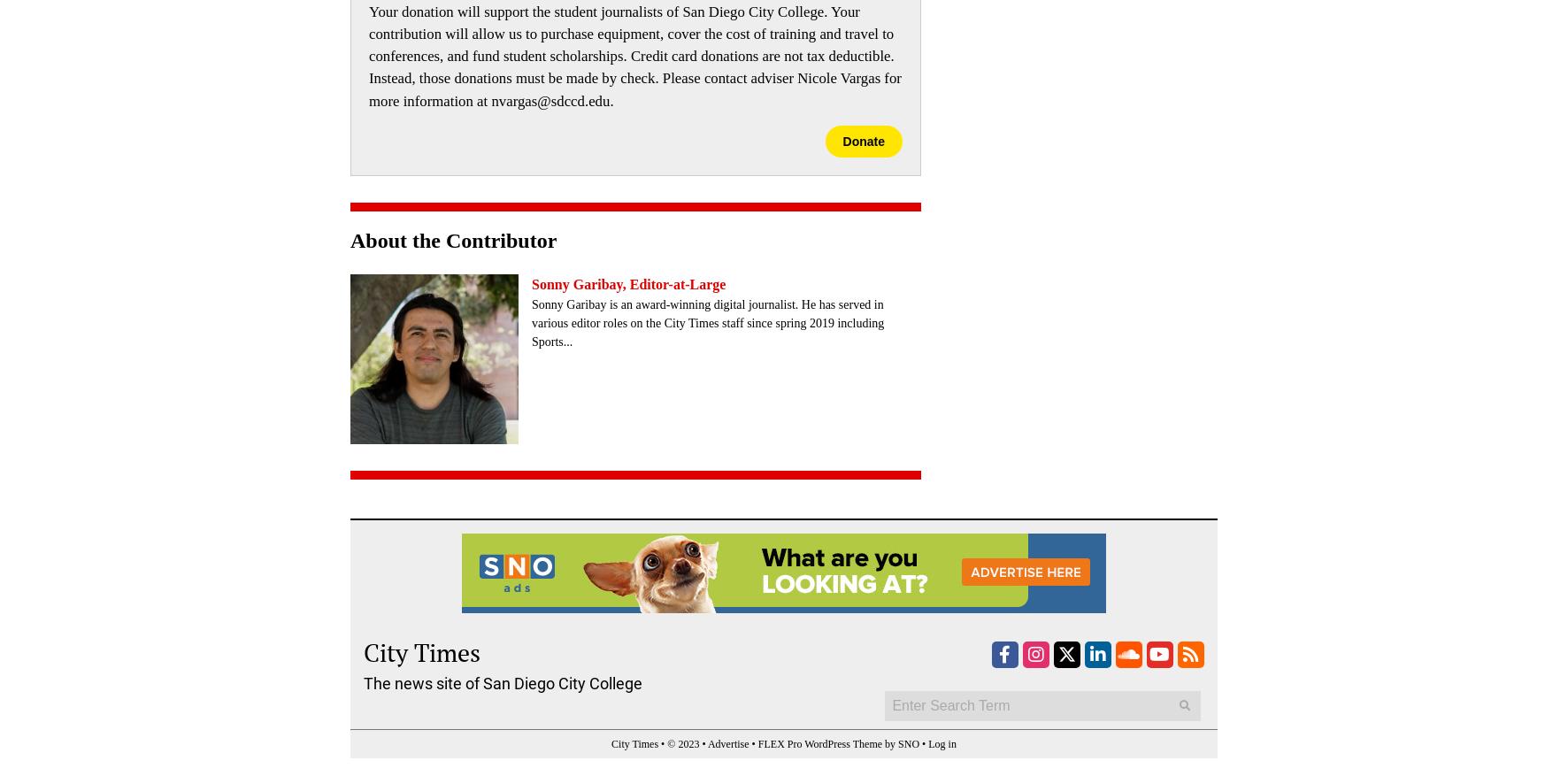 The height and width of the screenshot is (776, 1568). I want to click on 'Sonny Garibay is an award-winning digital journalist. He has served in various editor roles on the City Times staff since spring 2019 including Sports...', so click(532, 322).